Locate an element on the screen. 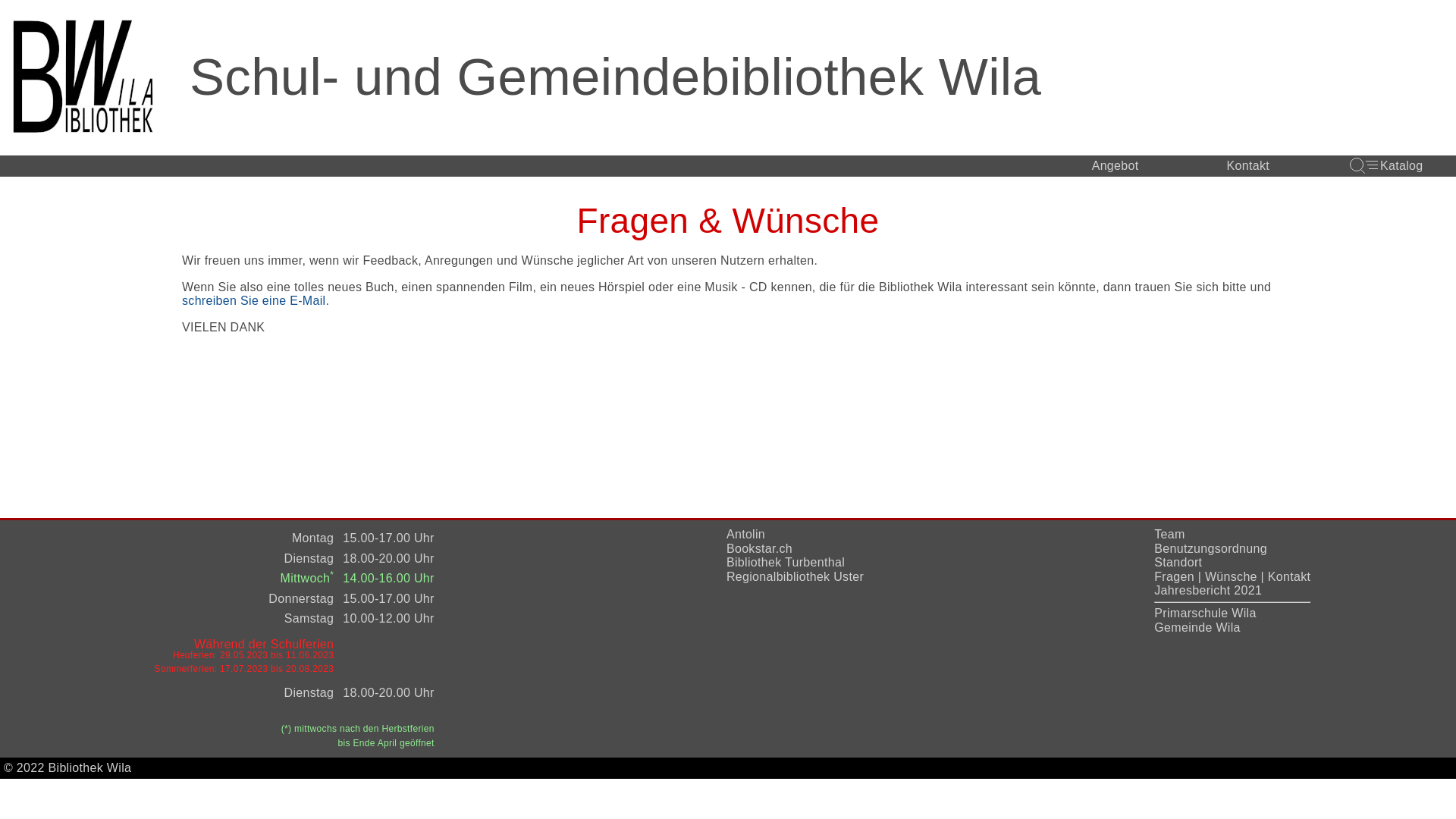 This screenshot has height=819, width=1456. 'Jahresbericht 2021' is located at coordinates (1207, 589).